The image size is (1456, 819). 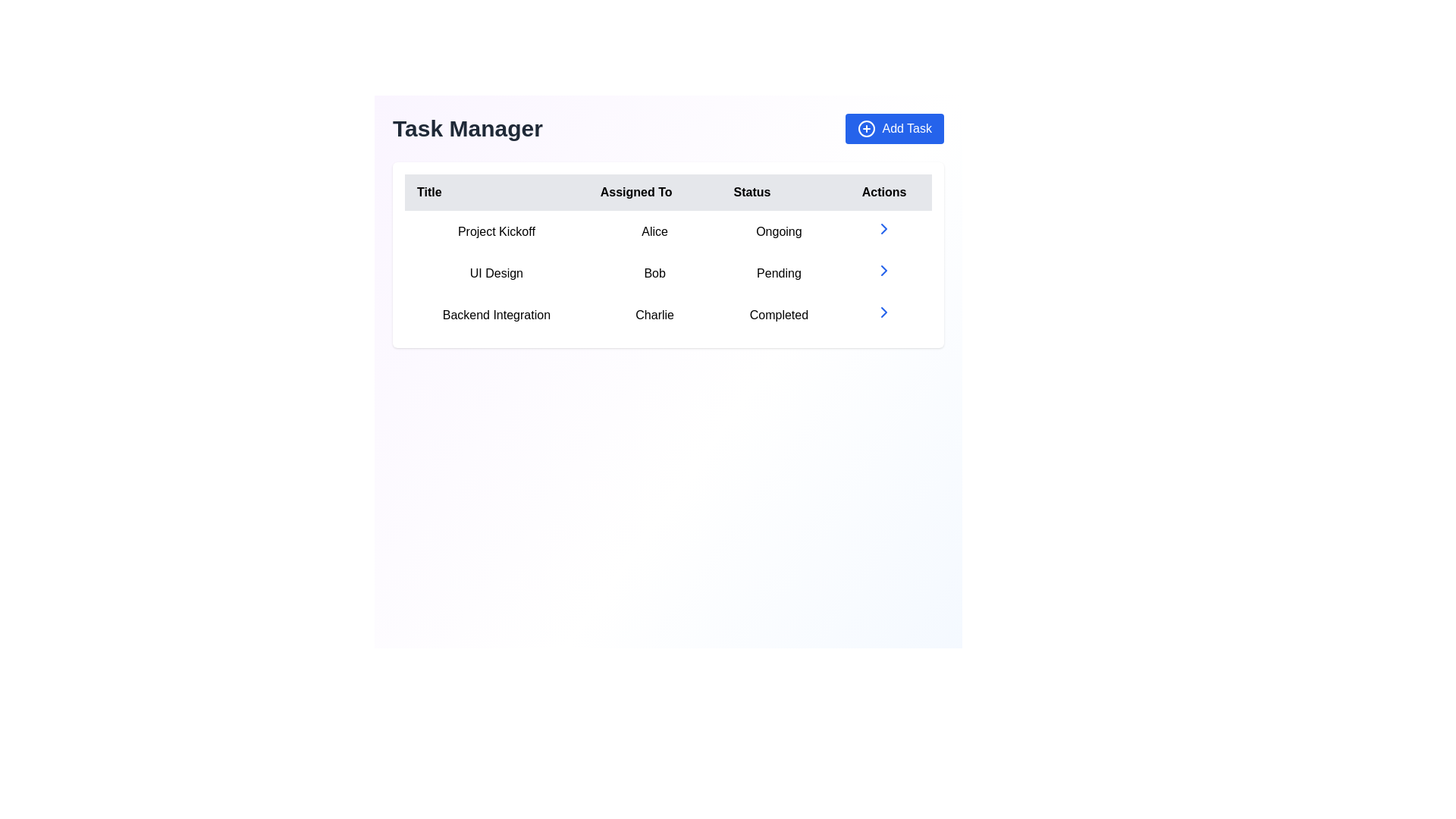 What do you see at coordinates (654, 231) in the screenshot?
I see `the text label displaying 'Alice' located in the second cell of the 'Assigned To' column under the project titled 'Project Kickoff'` at bounding box center [654, 231].